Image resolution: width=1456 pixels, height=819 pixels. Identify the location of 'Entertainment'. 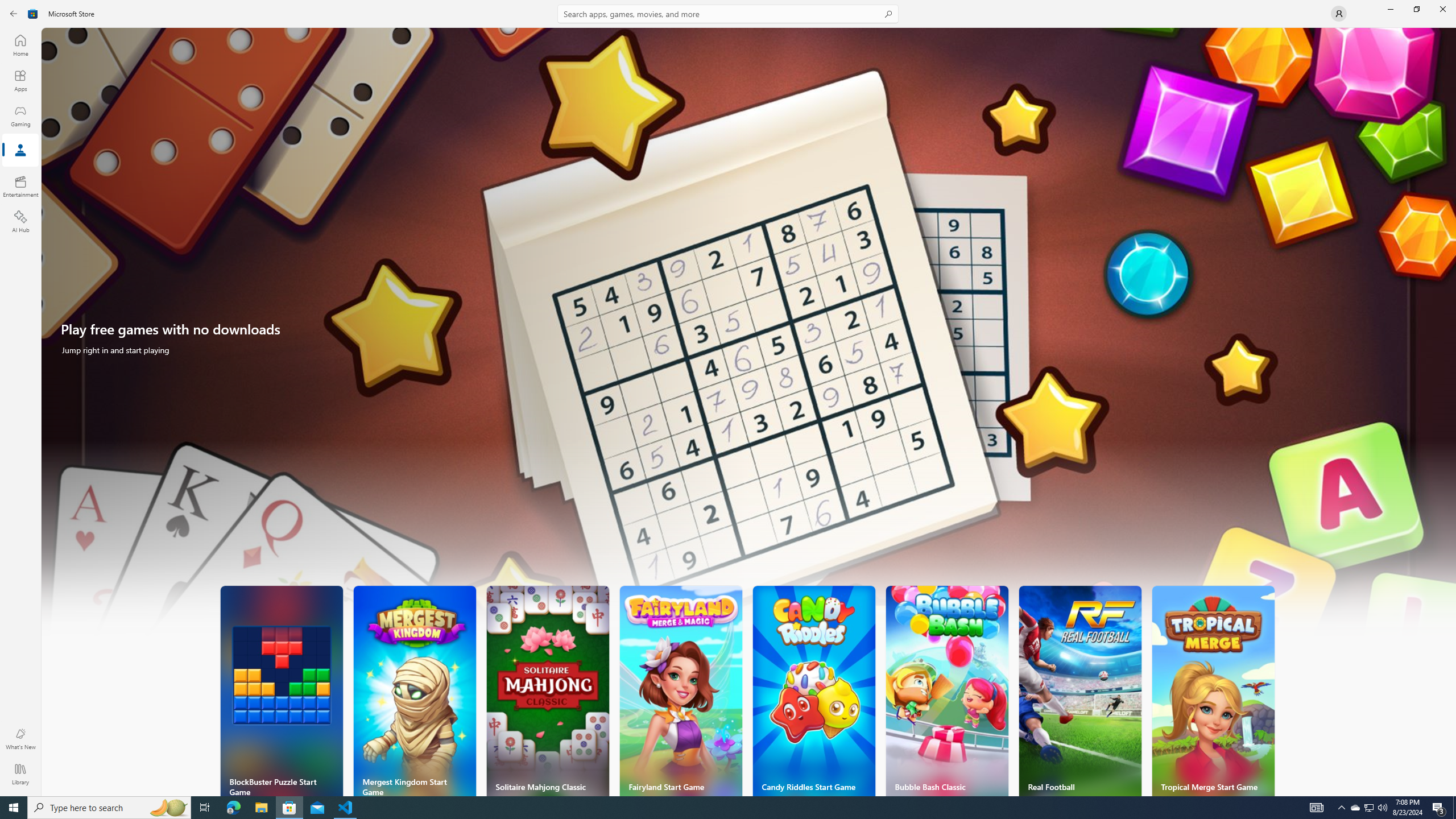
(19, 185).